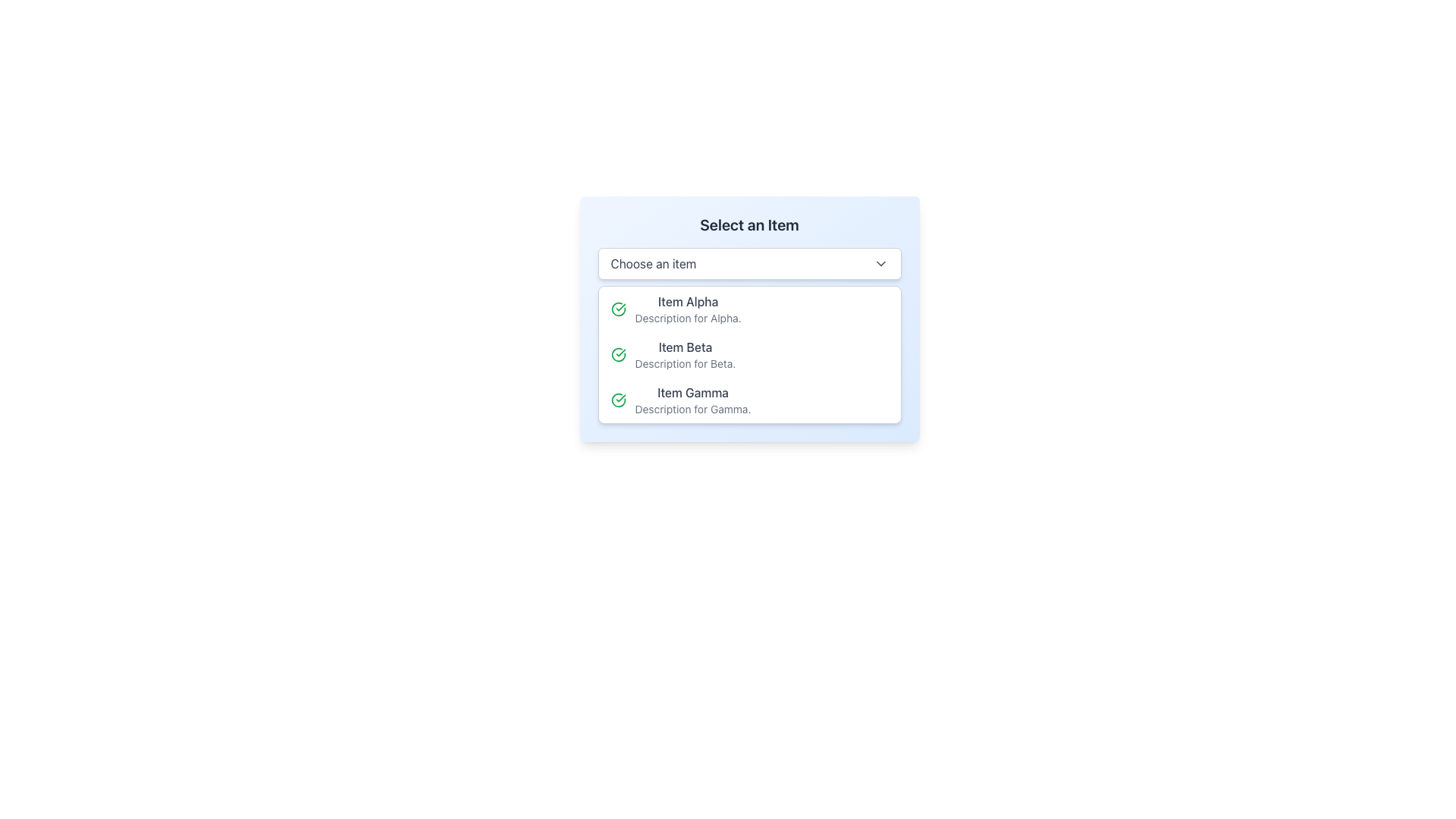 This screenshot has height=819, width=1456. Describe the element at coordinates (749, 225) in the screenshot. I see `the Text Label element serving as a header for the dropdown menu labeled 'Choose an item'` at that location.